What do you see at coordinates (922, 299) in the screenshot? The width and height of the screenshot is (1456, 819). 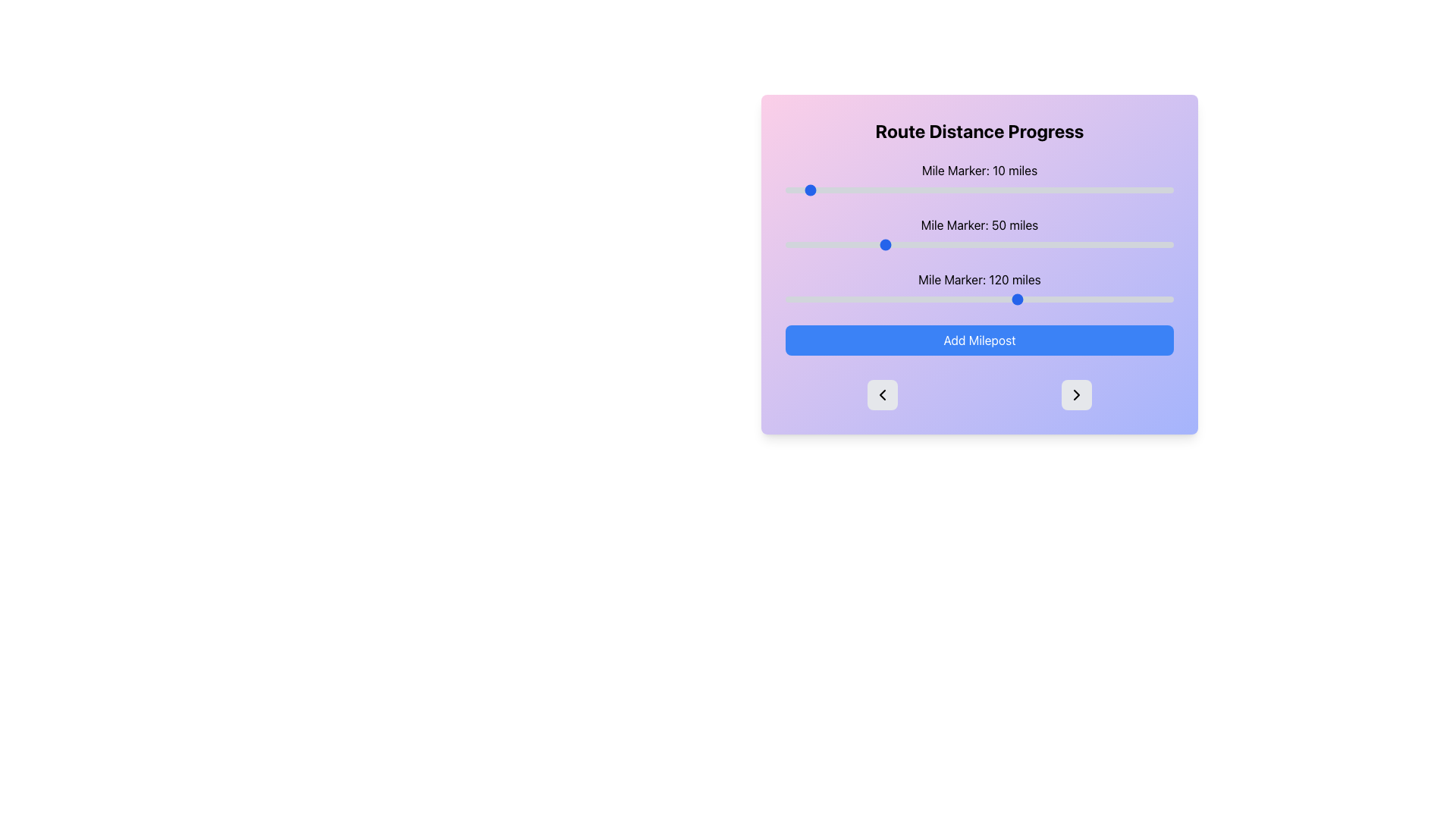 I see `the mile marker` at bounding box center [922, 299].